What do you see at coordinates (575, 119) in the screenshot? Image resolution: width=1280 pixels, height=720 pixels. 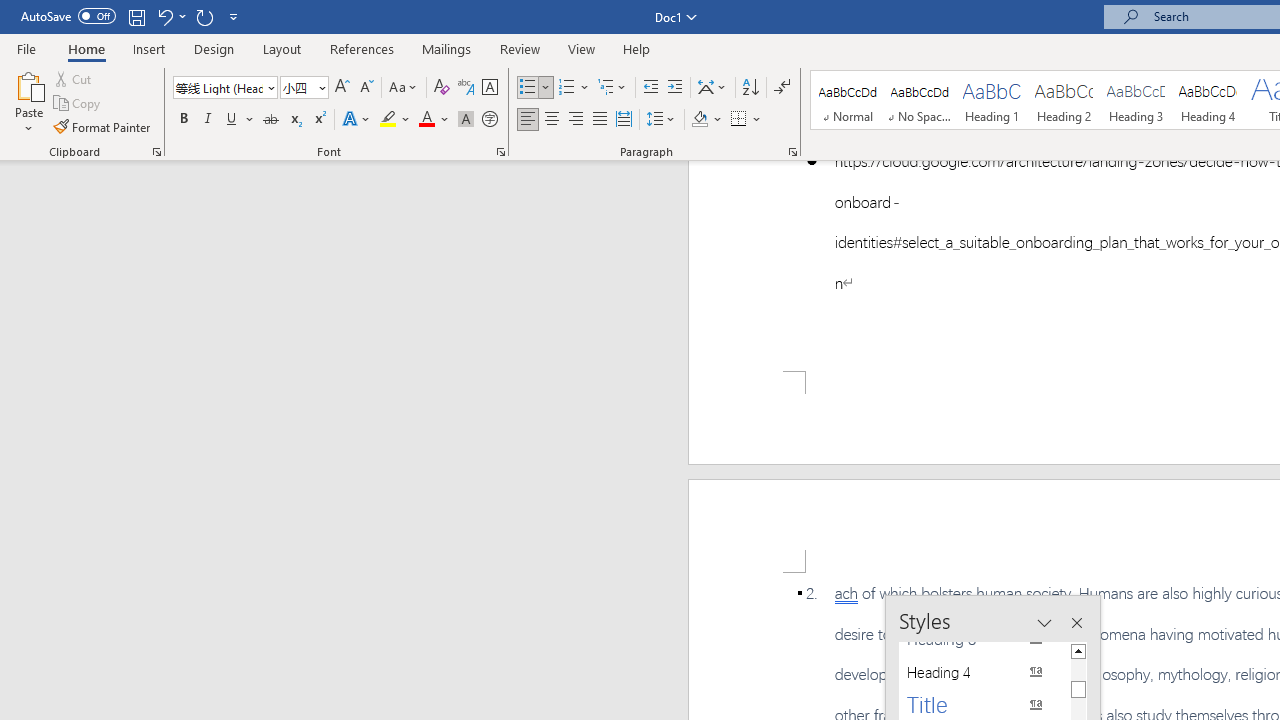 I see `'Align Right'` at bounding box center [575, 119].